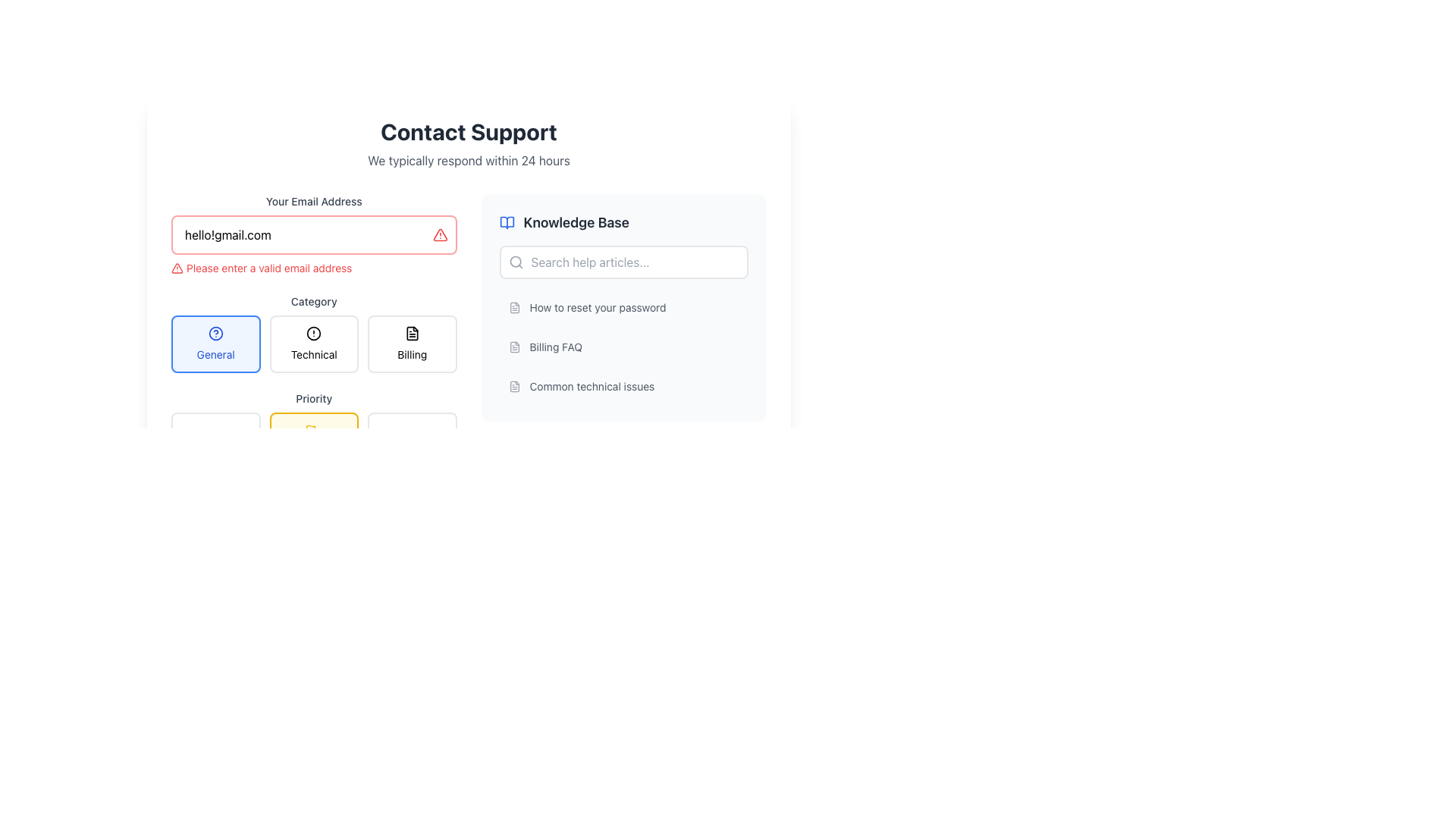 Image resolution: width=1456 pixels, height=819 pixels. What do you see at coordinates (313, 332) in the screenshot?
I see `the surrounding button area of the warning icon circular element located within the 'Technical' category button in the 'Category' section` at bounding box center [313, 332].